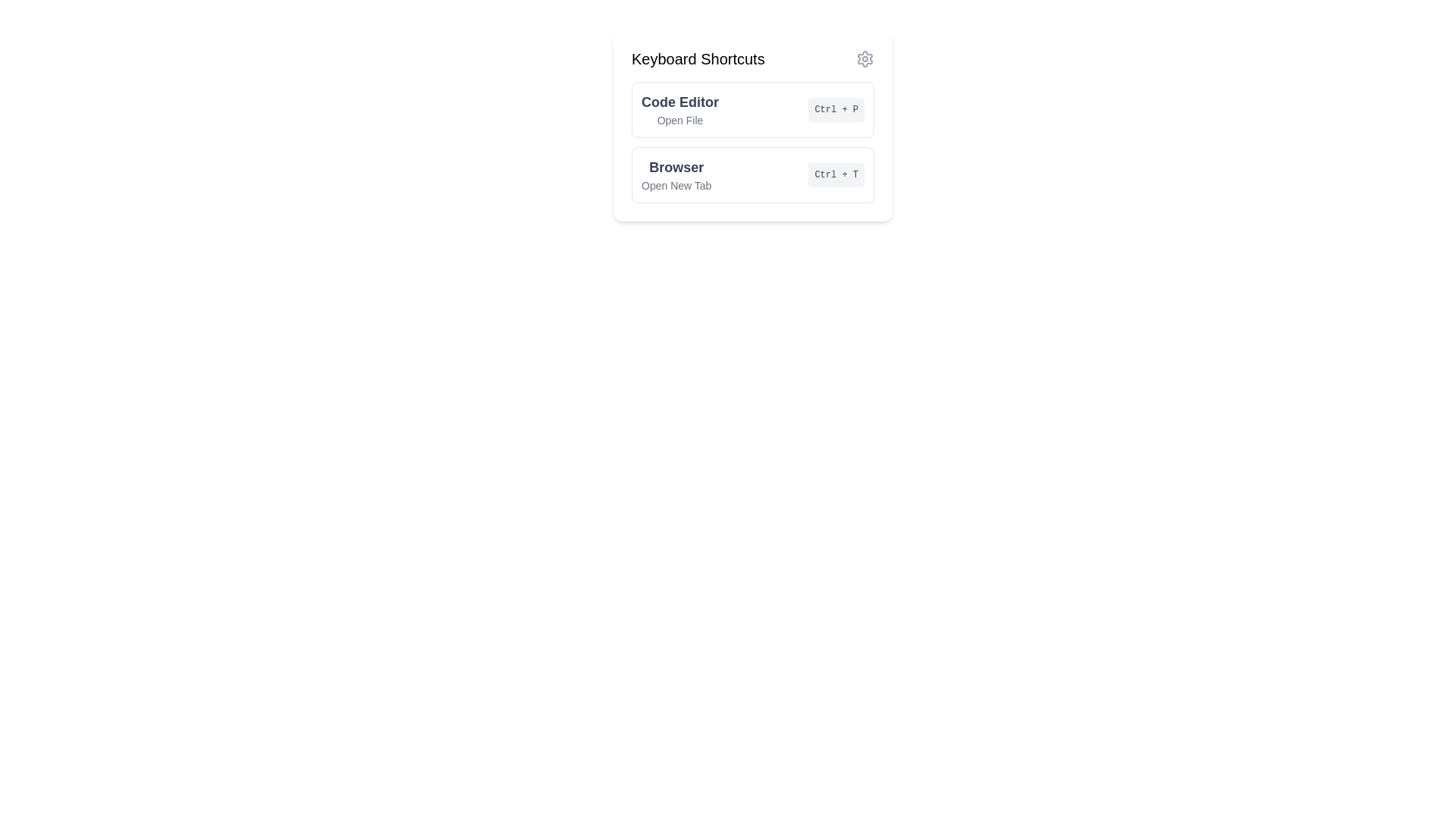 The image size is (1456, 819). Describe the element at coordinates (676, 185) in the screenshot. I see `the Text Label indicating the functionality associated with the 'Browser' section, located under the 'Browser' header in the 'Keyboard Shortcuts' list` at that location.